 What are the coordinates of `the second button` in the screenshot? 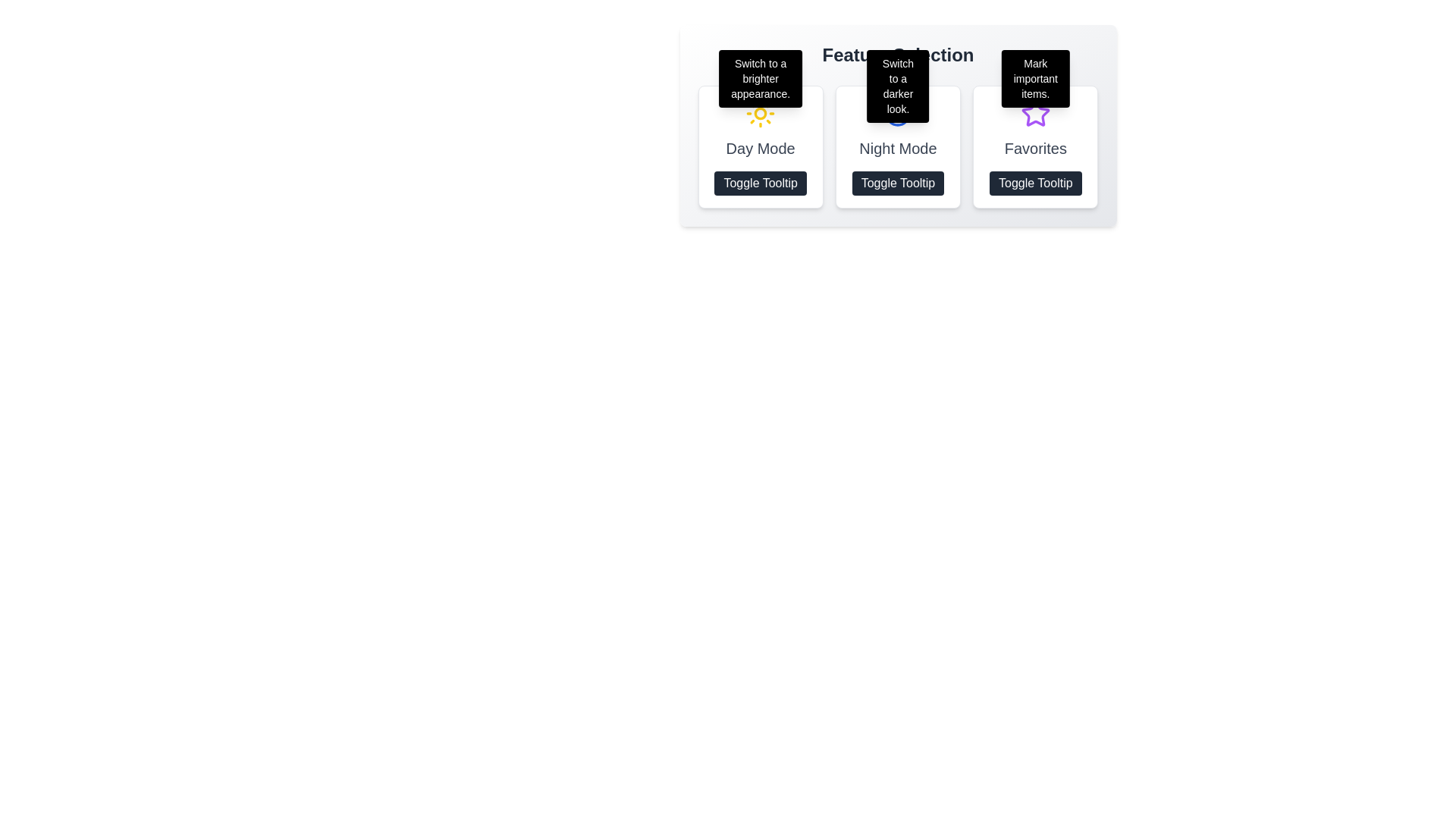 It's located at (898, 146).